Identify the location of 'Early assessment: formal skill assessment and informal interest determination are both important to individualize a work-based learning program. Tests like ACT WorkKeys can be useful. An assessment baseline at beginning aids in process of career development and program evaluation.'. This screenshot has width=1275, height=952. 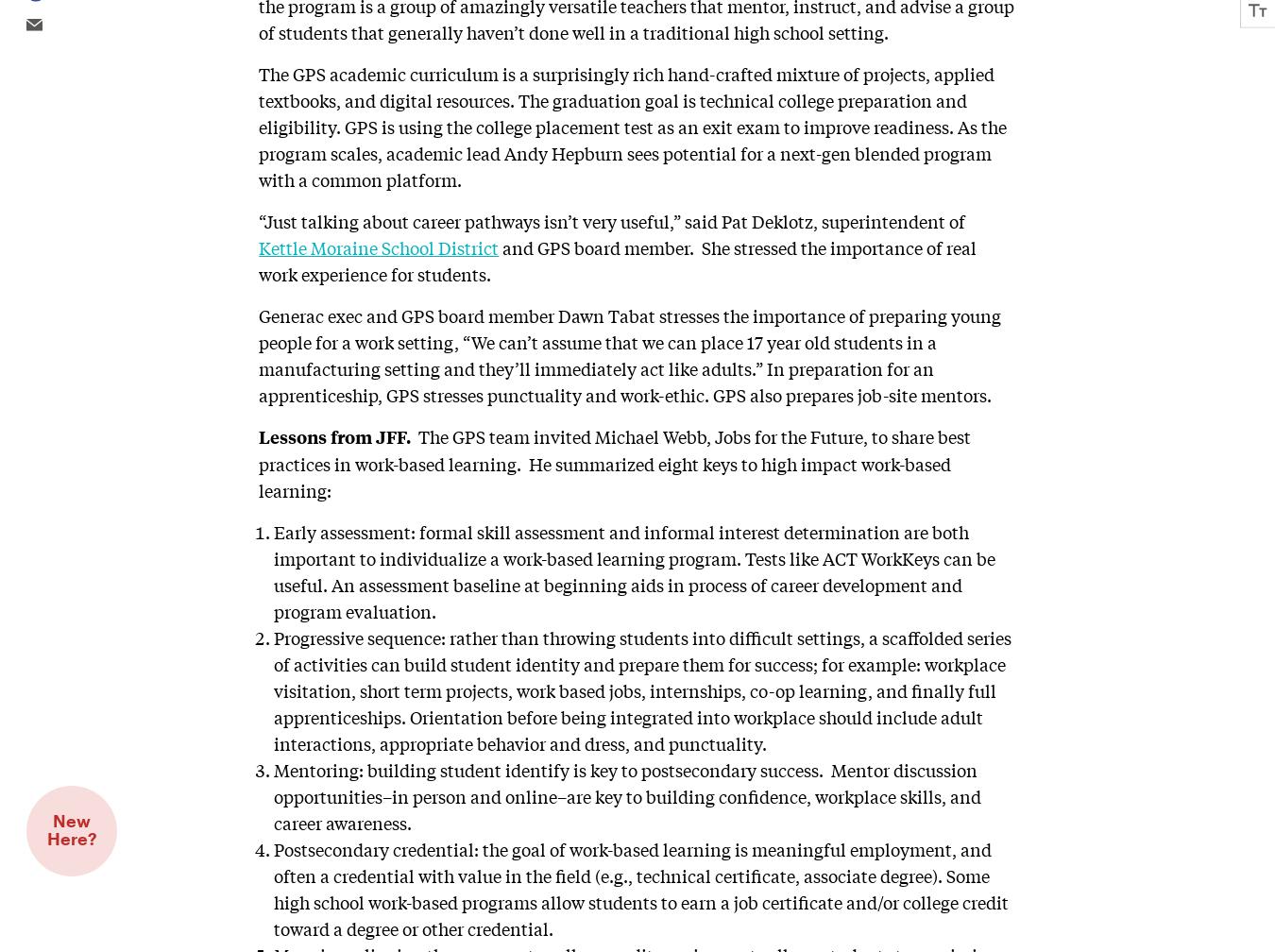
(635, 569).